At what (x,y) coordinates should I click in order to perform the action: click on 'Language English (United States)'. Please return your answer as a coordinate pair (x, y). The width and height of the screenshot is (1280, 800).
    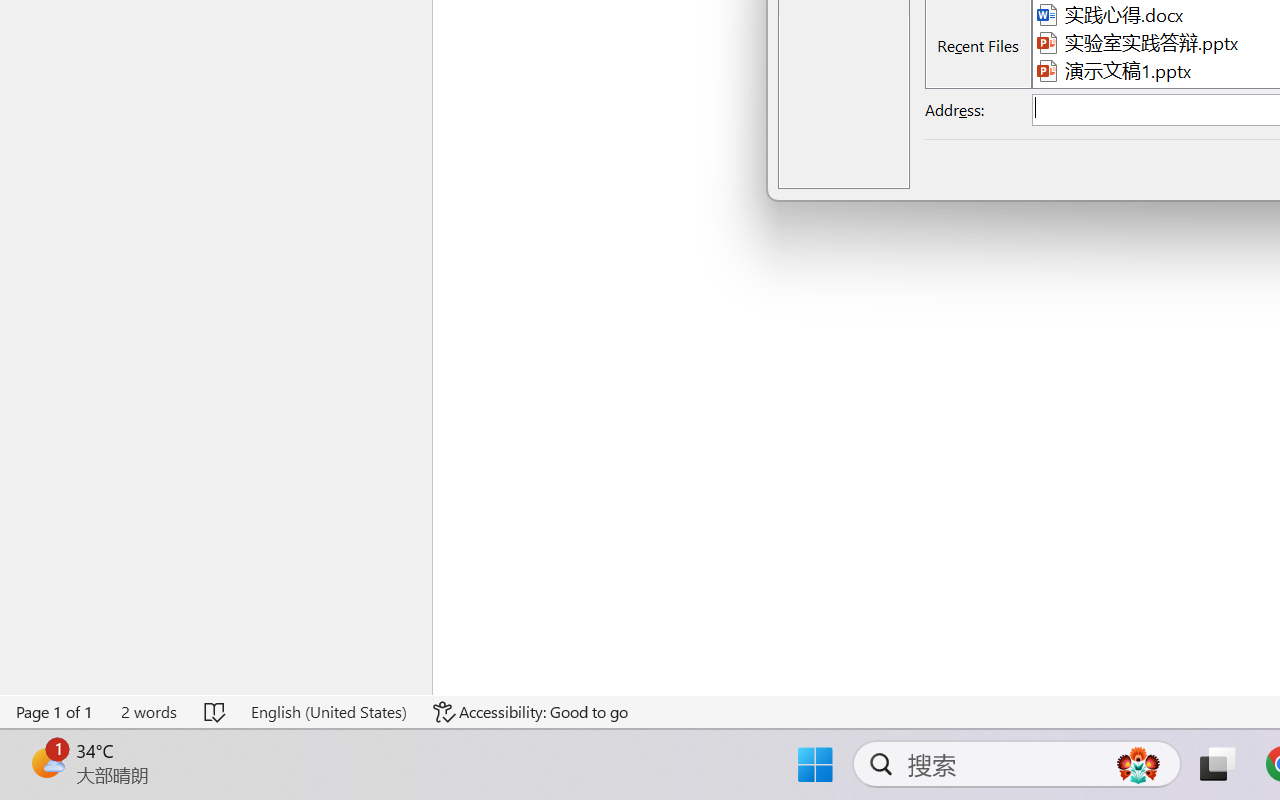
    Looking at the image, I should click on (328, 711).